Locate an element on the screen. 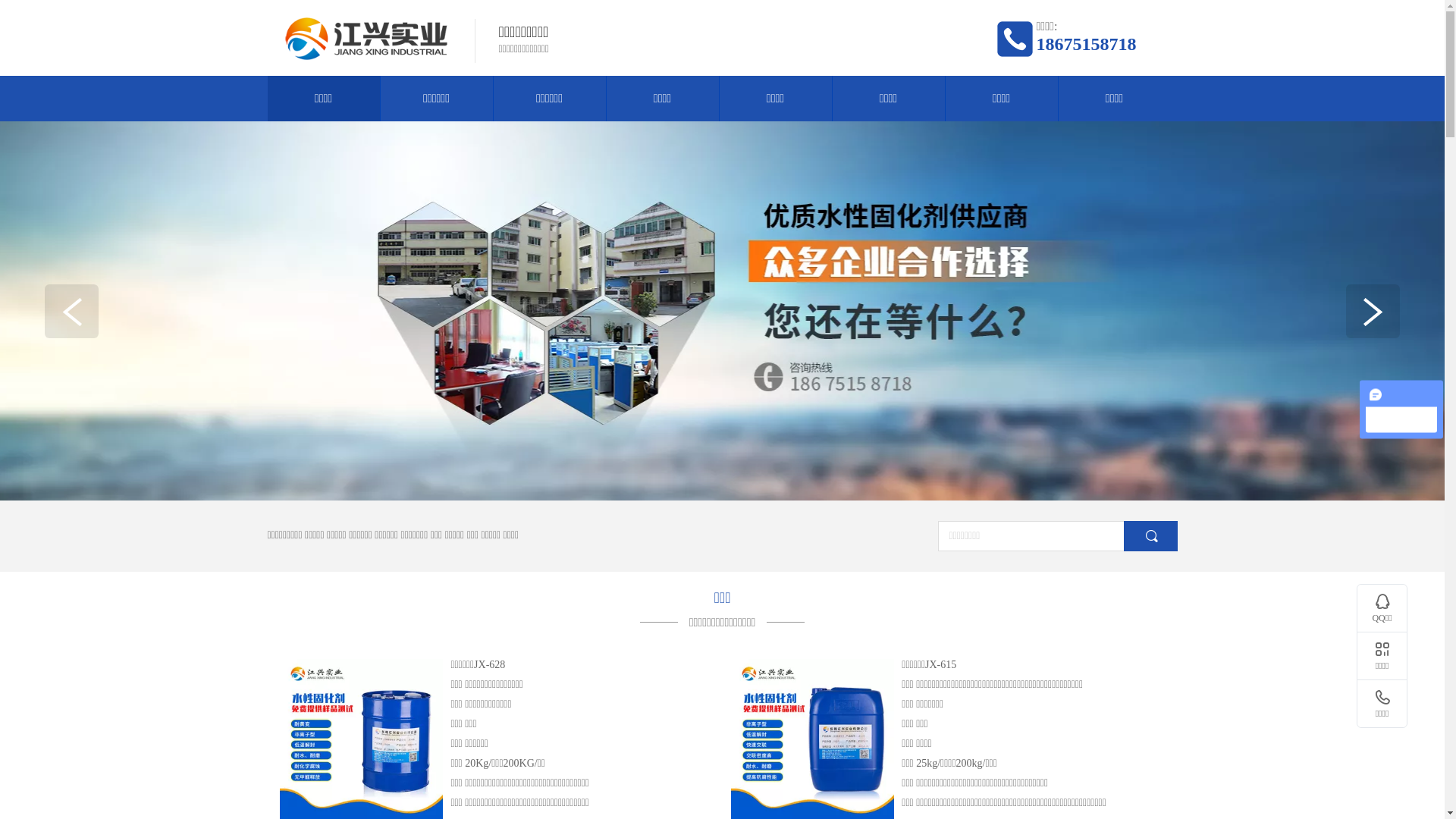 This screenshot has height=819, width=1456. 'logo' is located at coordinates (366, 37).